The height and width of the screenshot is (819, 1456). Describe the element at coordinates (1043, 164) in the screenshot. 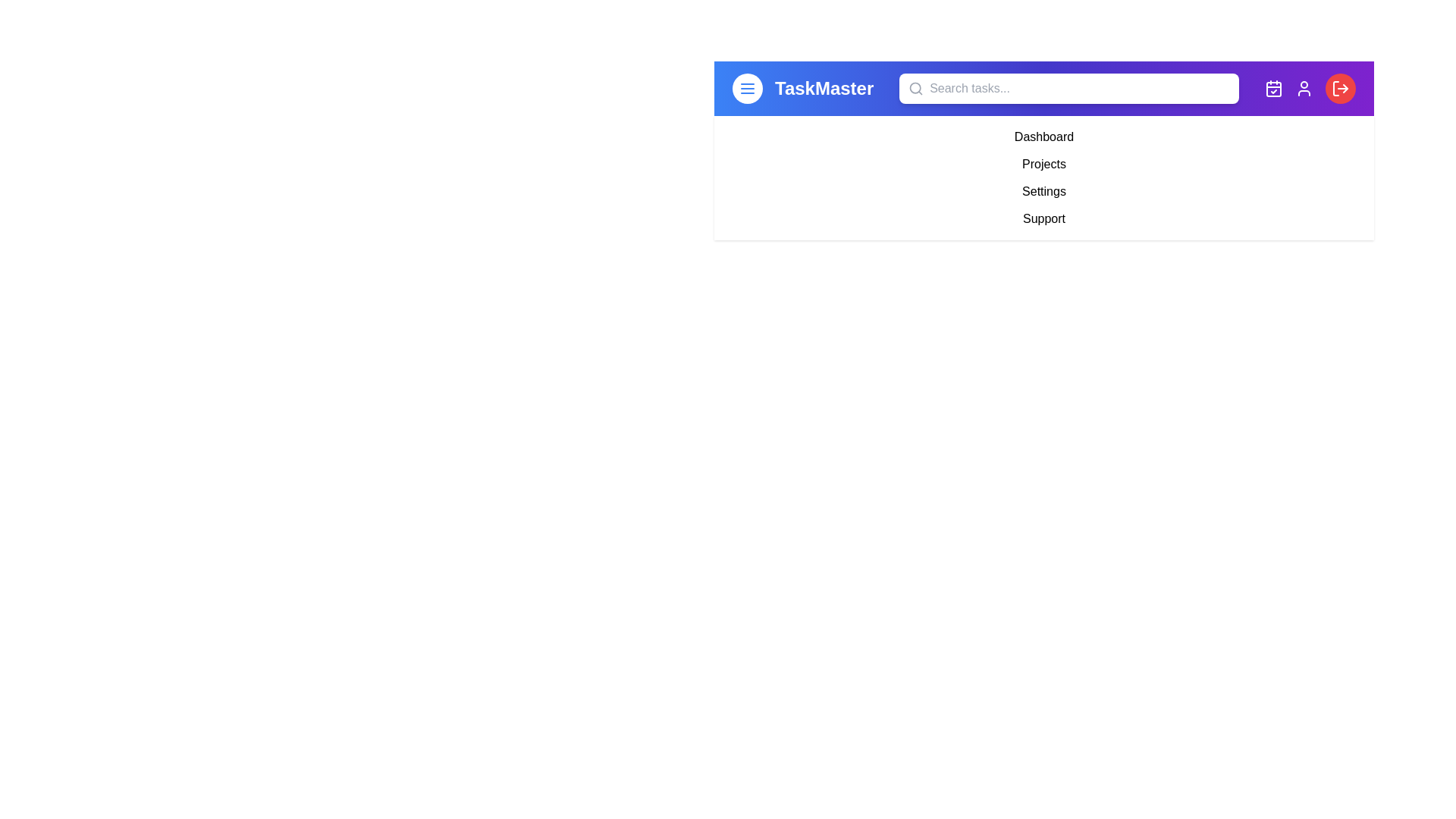

I see `the 'Projects' link in the navigation menu` at that location.